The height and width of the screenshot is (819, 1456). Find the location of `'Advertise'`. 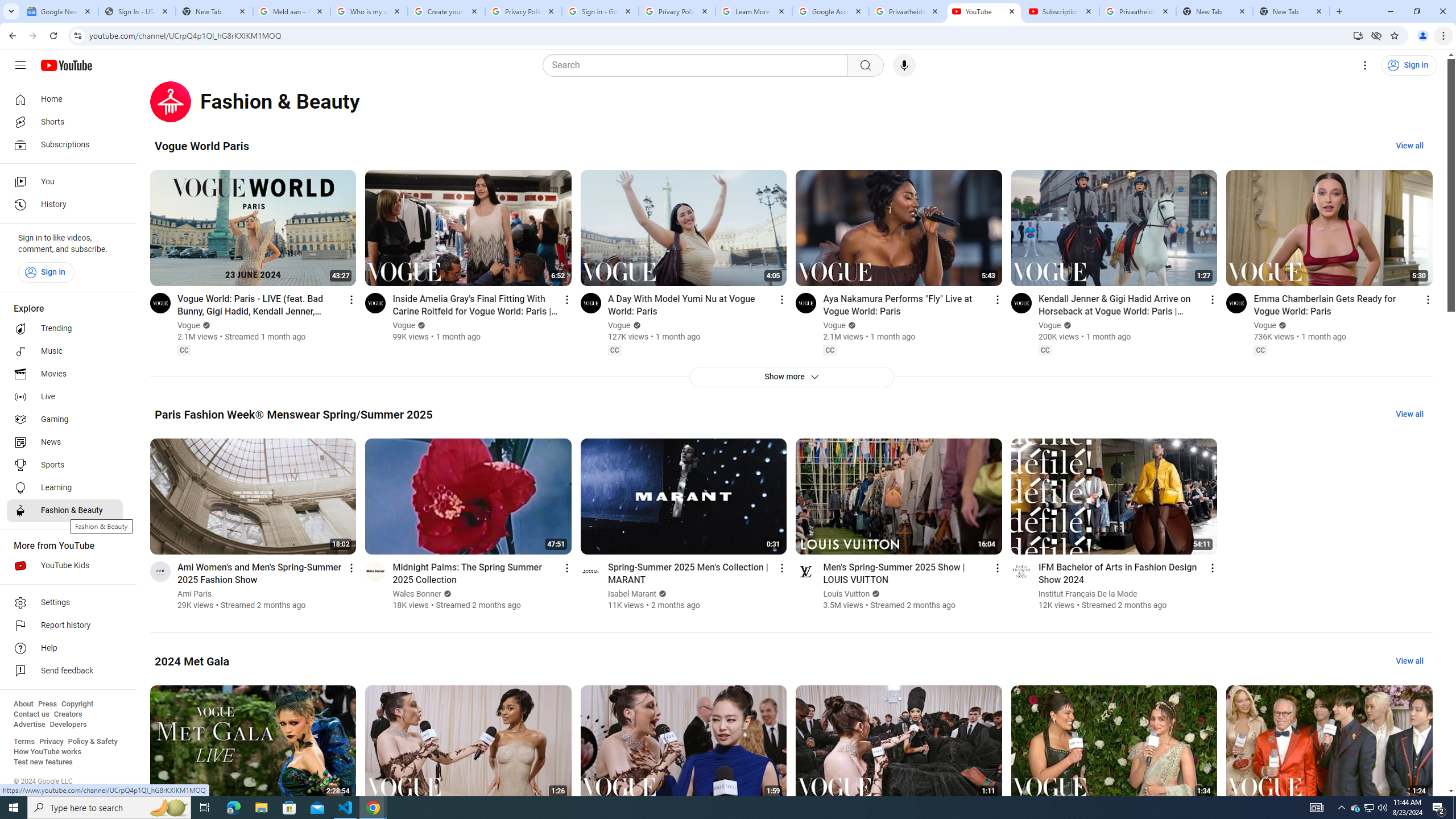

'Advertise' is located at coordinates (28, 723).